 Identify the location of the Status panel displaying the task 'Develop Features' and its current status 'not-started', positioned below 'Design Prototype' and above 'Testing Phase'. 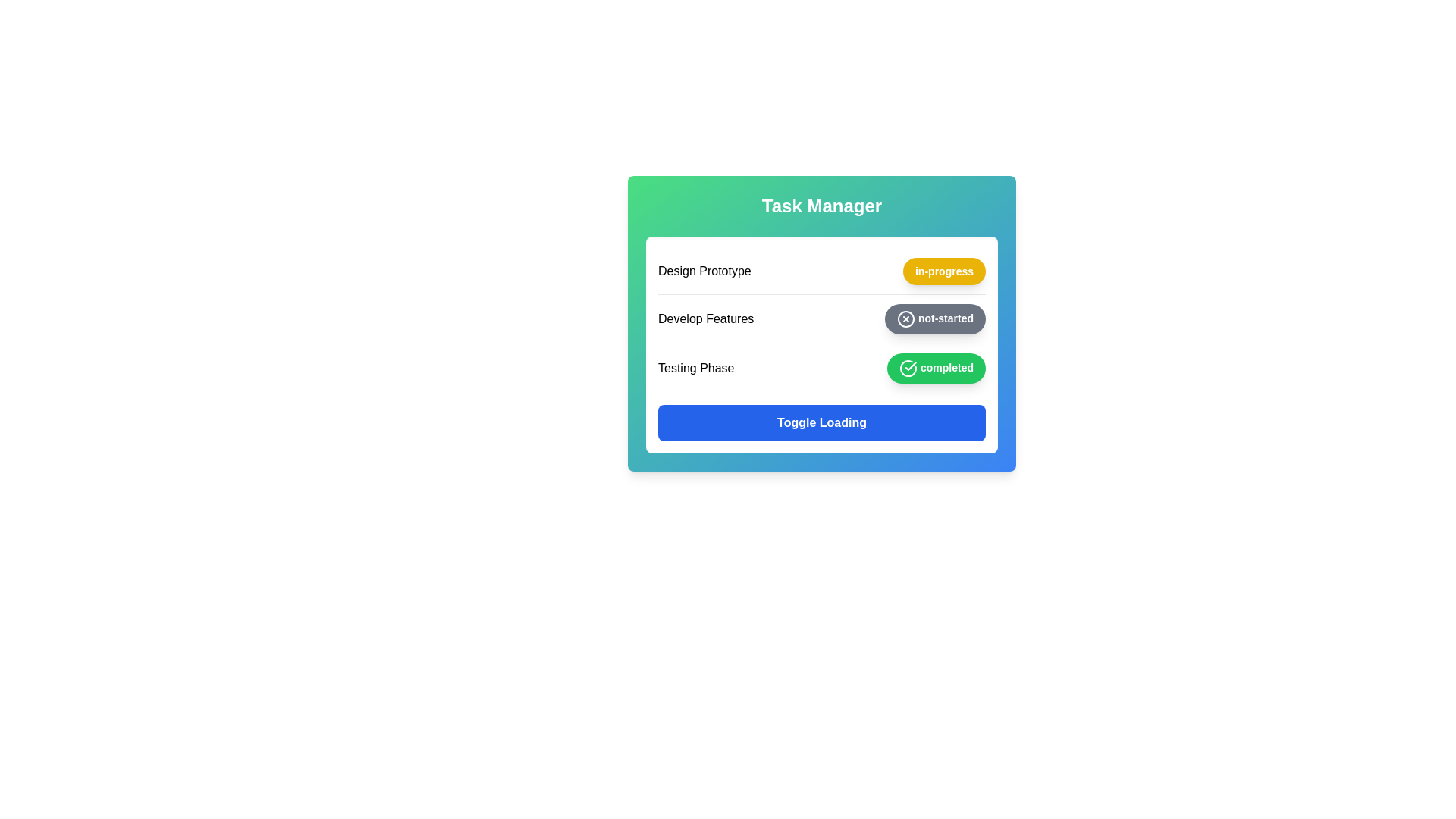
(821, 318).